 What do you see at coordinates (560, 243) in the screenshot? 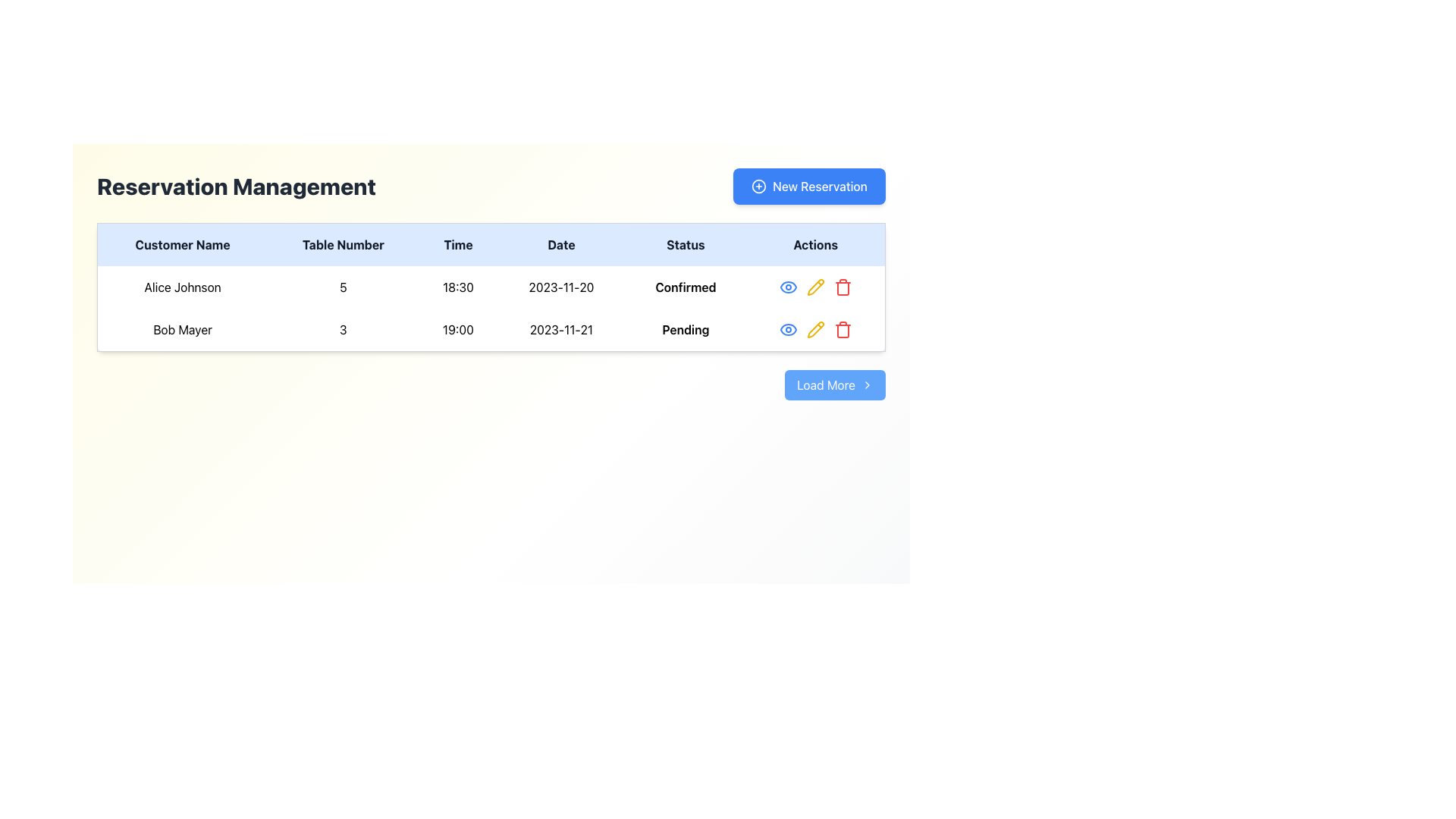
I see `the 'Date' text label, which is a bold, black font element located in the header row of the table, centered horizontally with a light blue background` at bounding box center [560, 243].